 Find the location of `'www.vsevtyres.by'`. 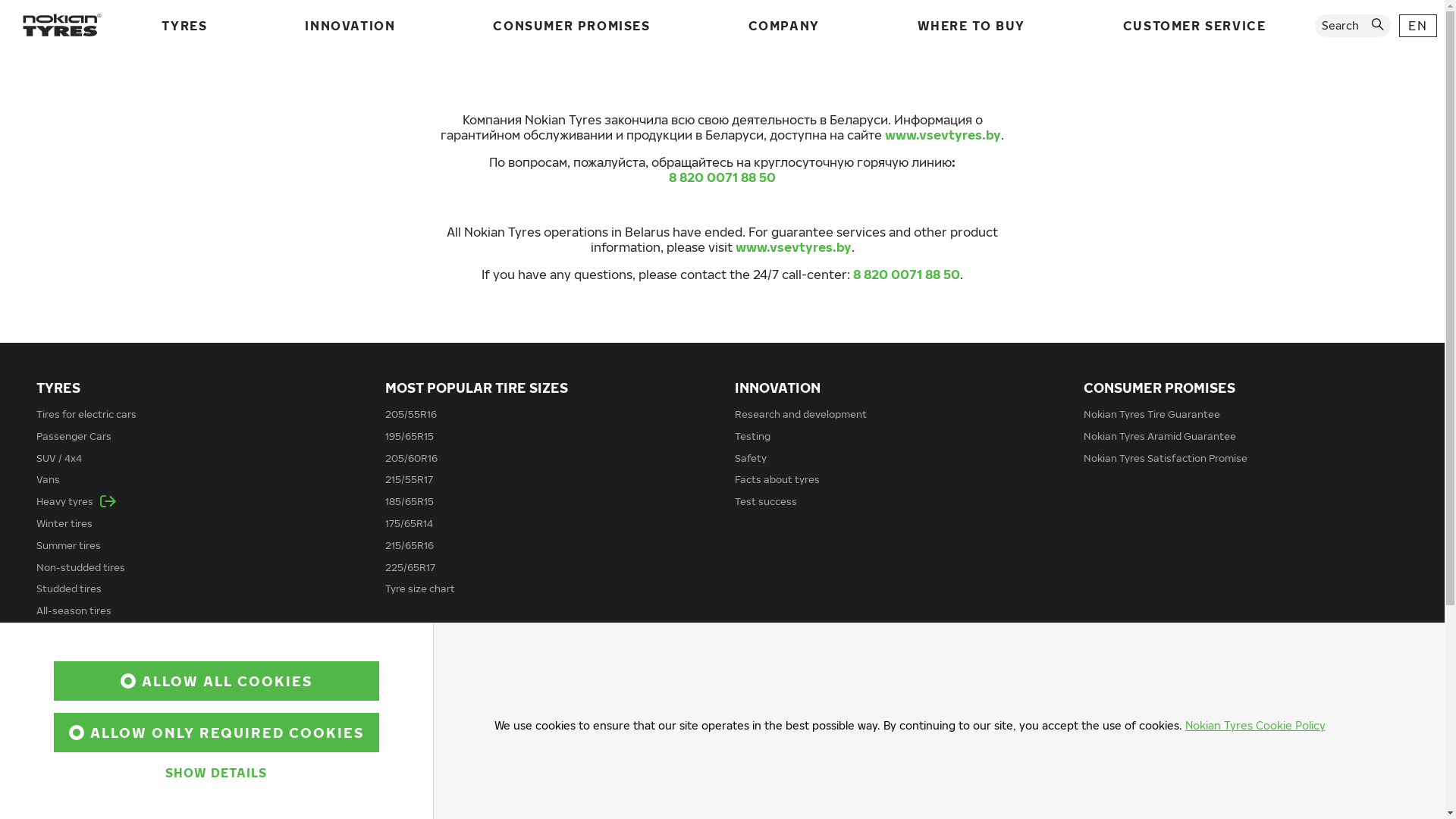

'www.vsevtyres.by' is located at coordinates (792, 246).